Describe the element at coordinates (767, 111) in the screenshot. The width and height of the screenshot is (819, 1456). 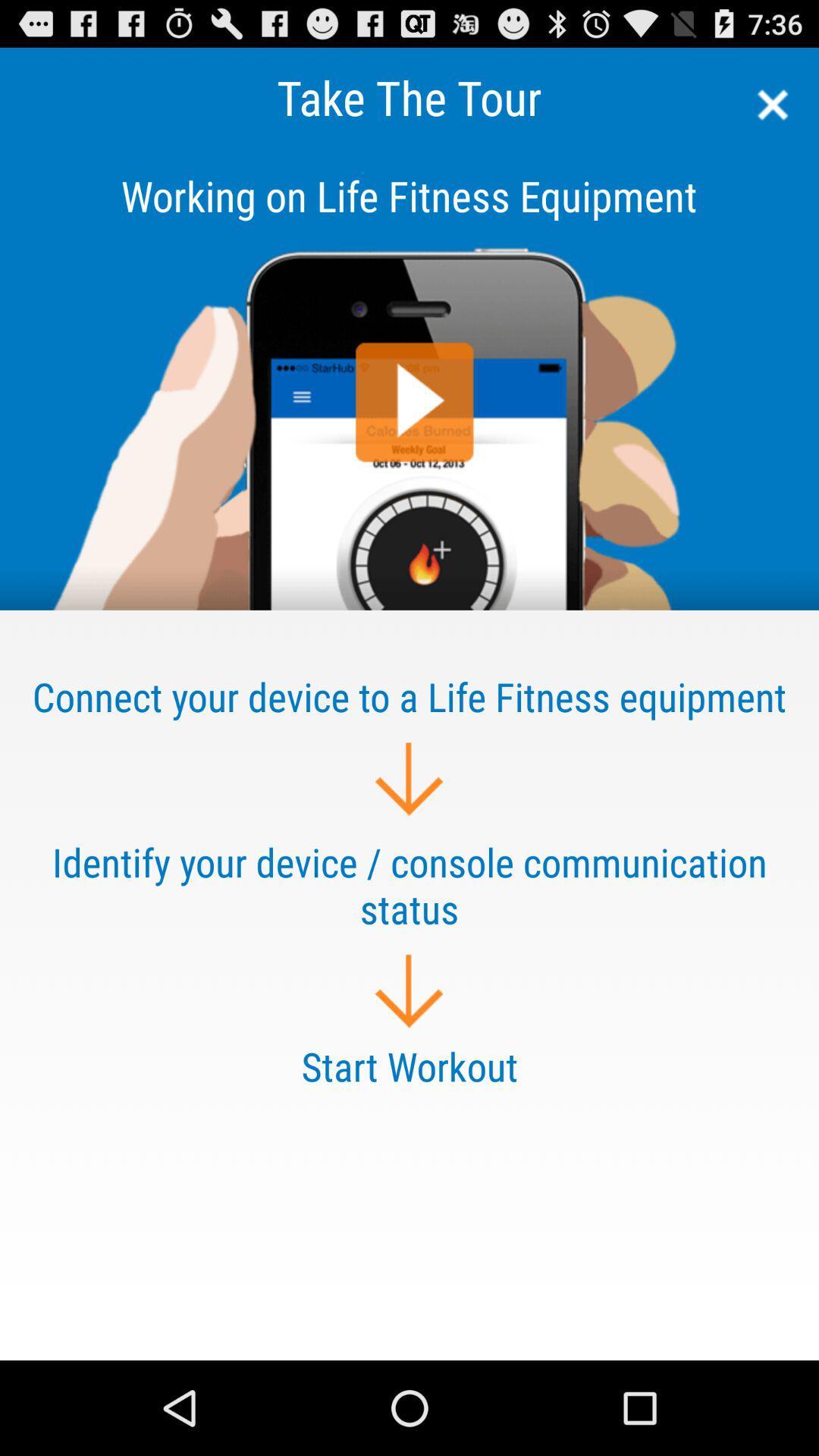
I see `the close icon` at that location.